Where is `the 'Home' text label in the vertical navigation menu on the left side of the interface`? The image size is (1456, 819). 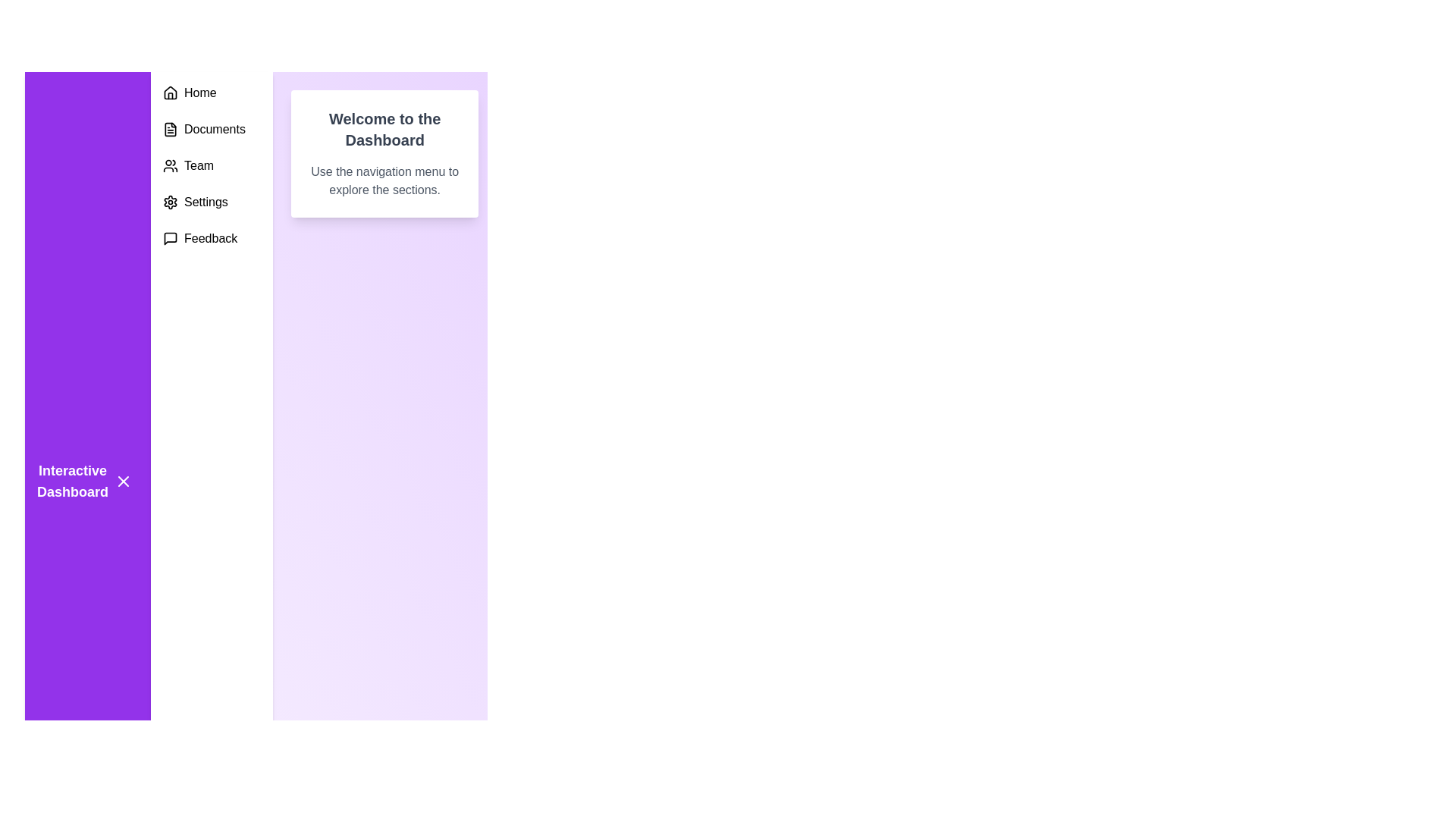
the 'Home' text label in the vertical navigation menu on the left side of the interface is located at coordinates (199, 93).